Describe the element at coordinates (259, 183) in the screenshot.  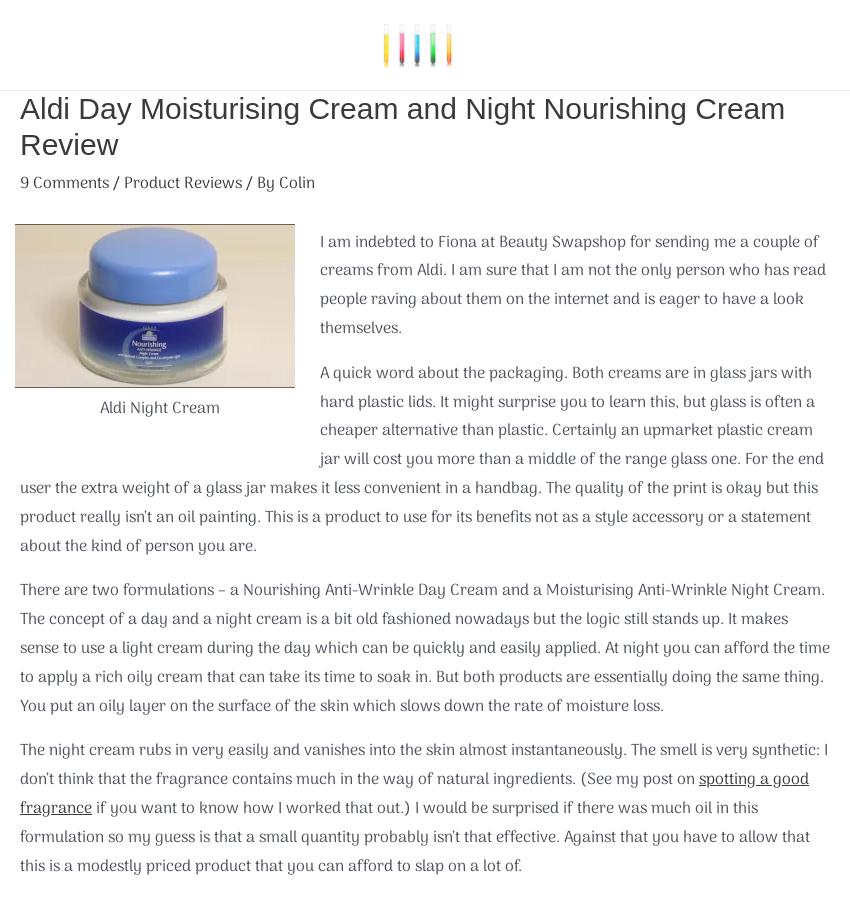
I see `'/ By'` at that location.